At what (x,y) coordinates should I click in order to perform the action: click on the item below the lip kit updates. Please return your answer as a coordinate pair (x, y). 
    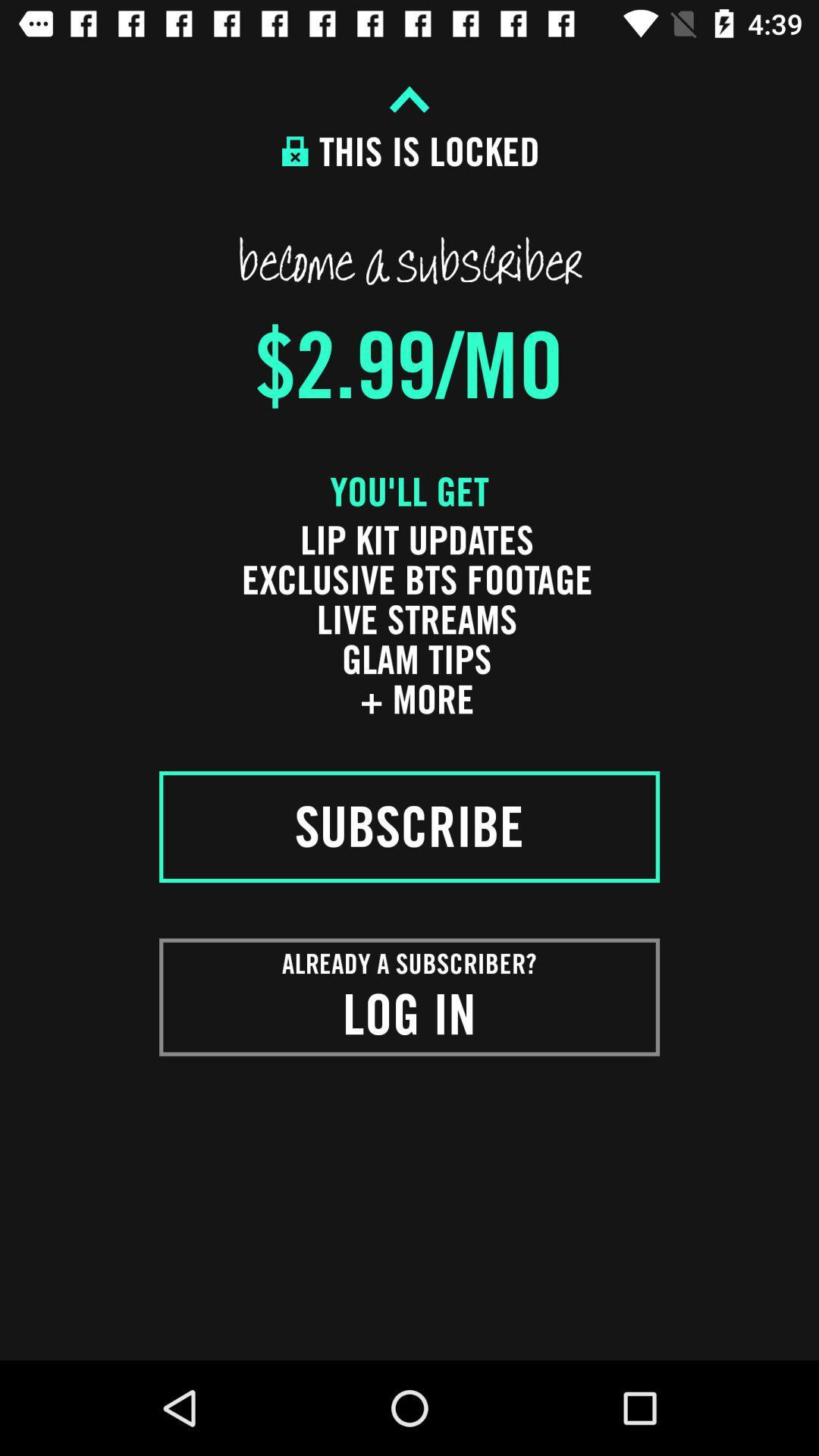
    Looking at the image, I should click on (409, 826).